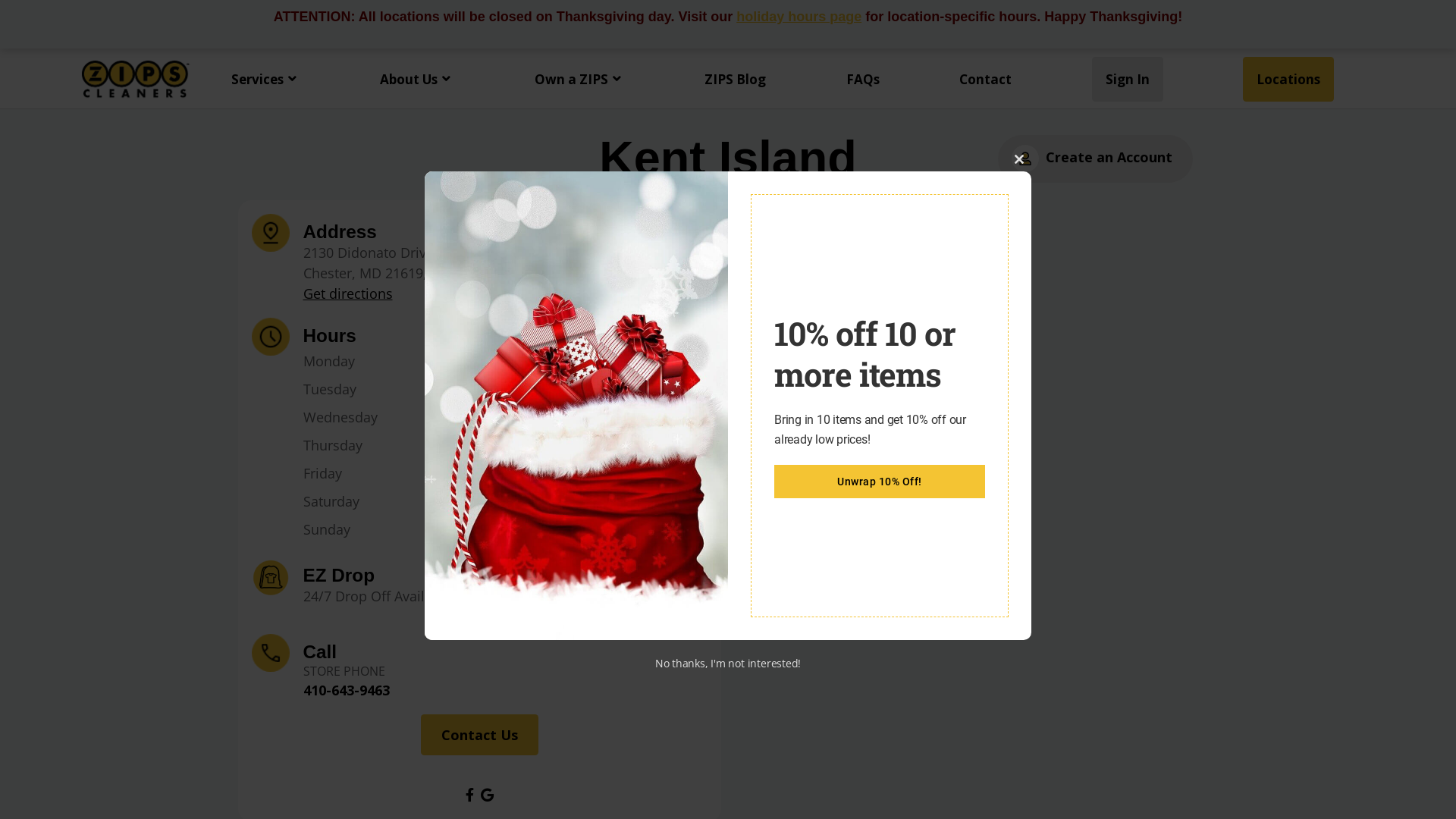  What do you see at coordinates (479, 733) in the screenshot?
I see `'Contact Us'` at bounding box center [479, 733].